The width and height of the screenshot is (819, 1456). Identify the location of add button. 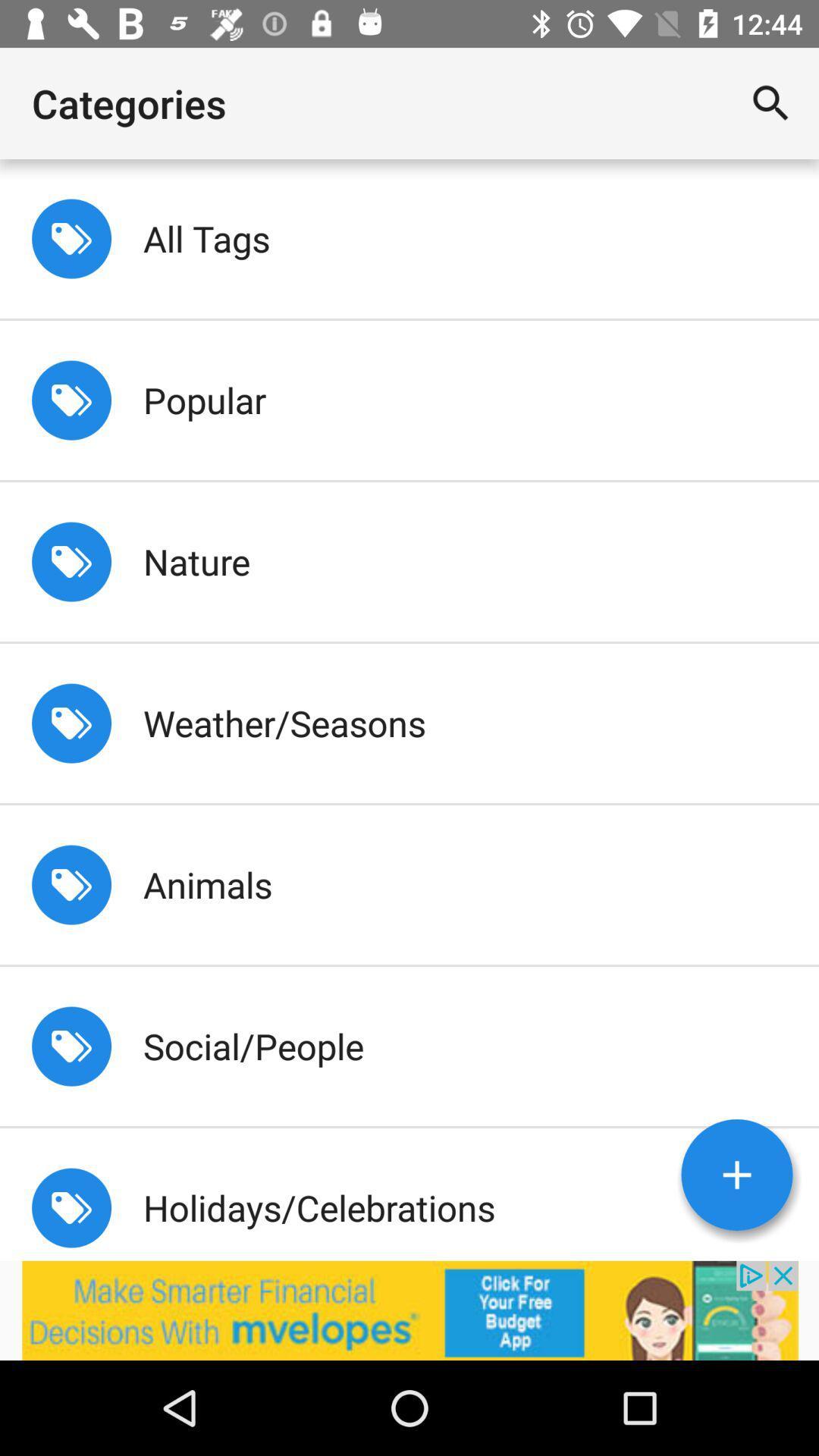
(736, 1174).